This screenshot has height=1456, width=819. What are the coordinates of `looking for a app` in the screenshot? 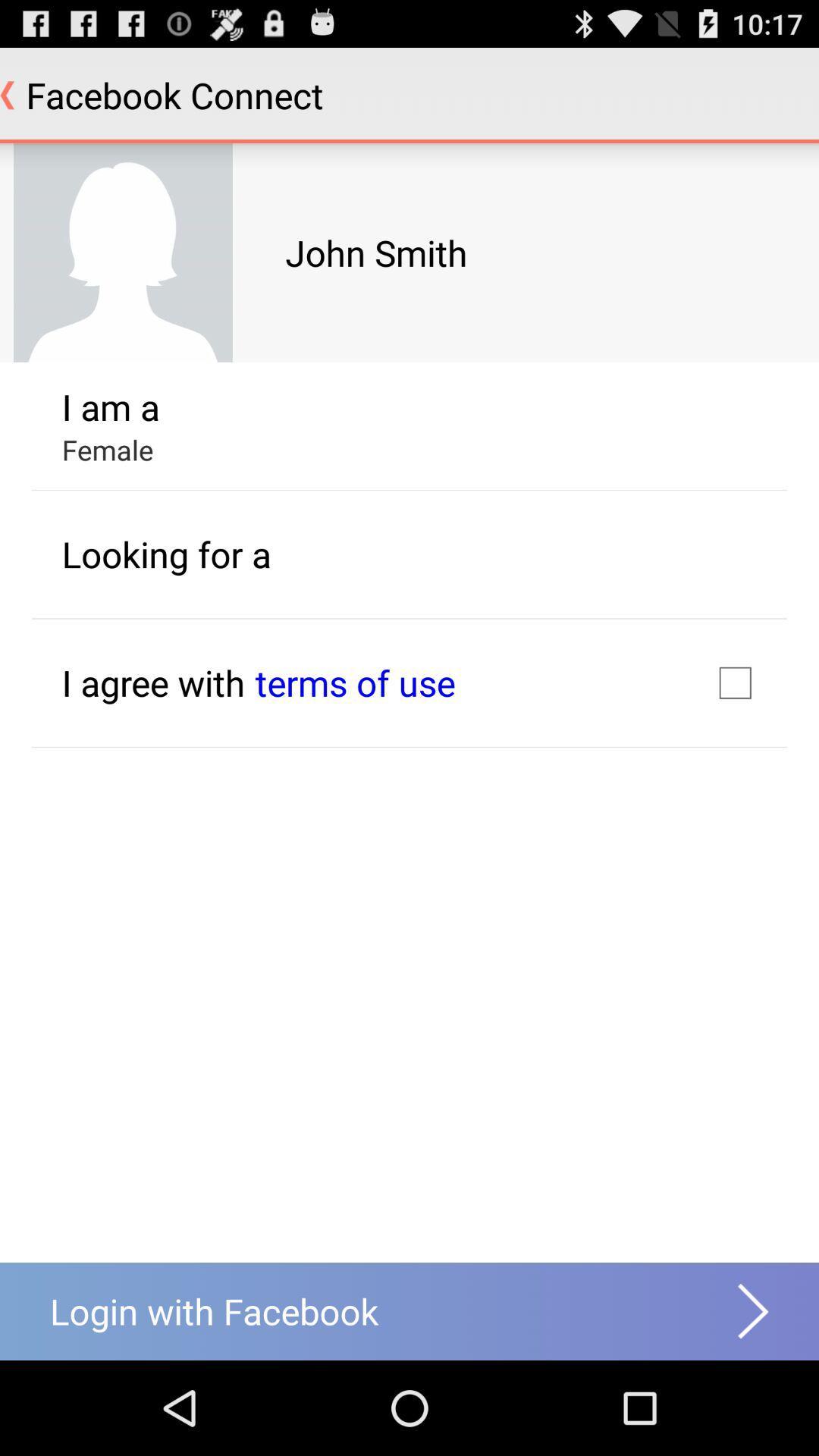 It's located at (166, 553).